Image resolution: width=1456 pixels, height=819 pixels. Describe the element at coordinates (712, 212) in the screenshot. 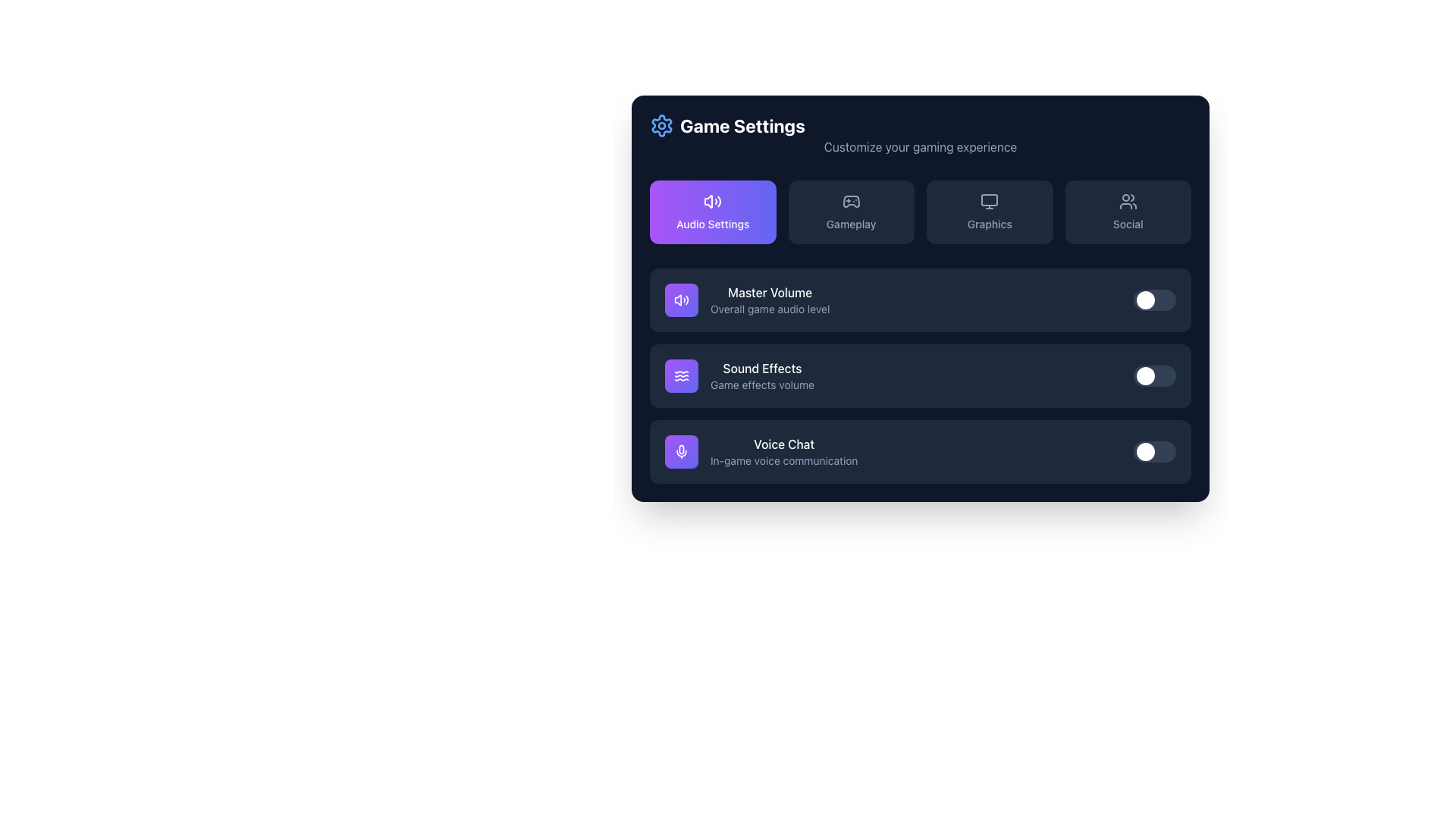

I see `the interactive button located in the top-left section of the interface` at that location.